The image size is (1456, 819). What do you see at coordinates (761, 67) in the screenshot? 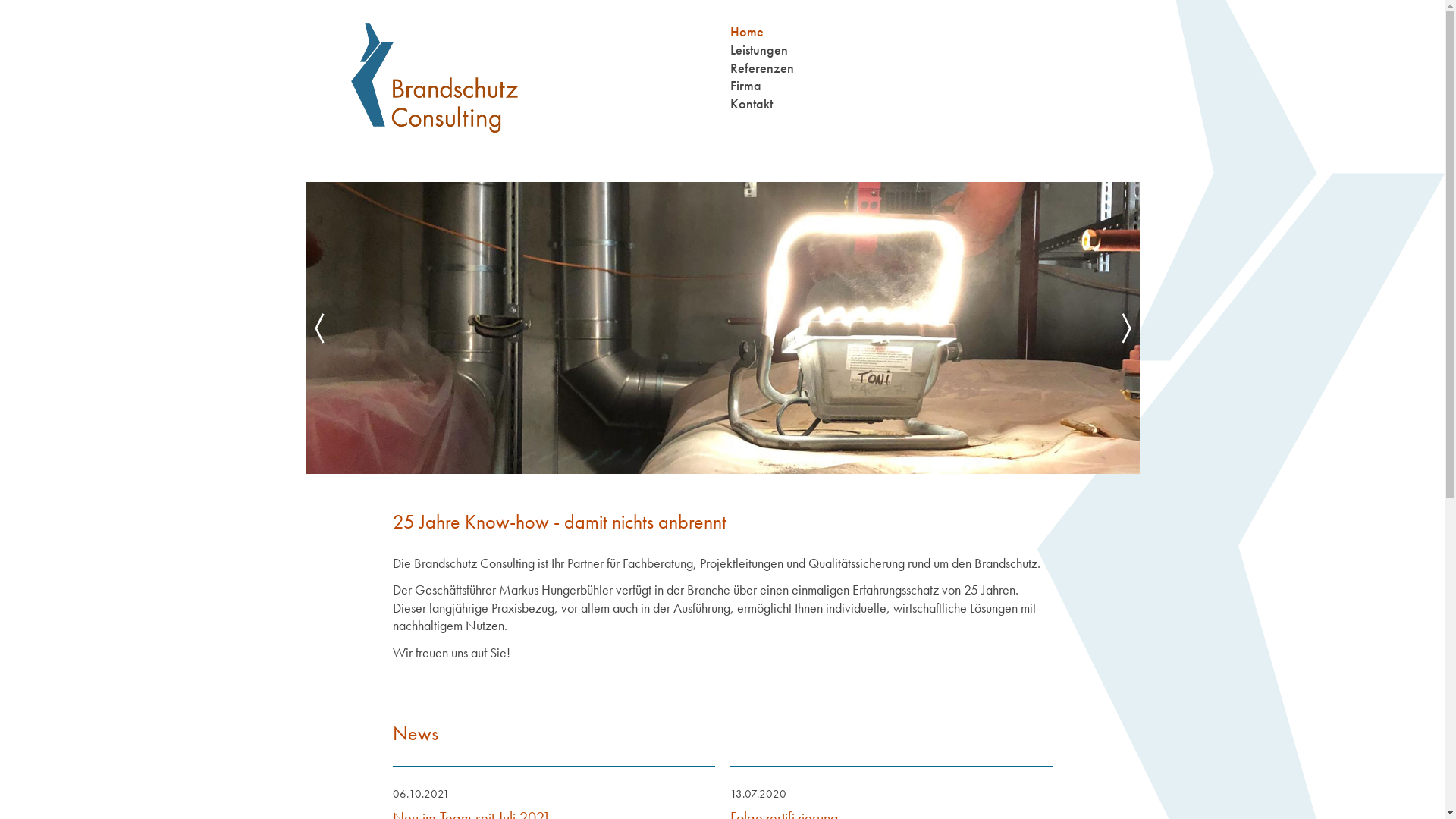
I see `'Referenzen'` at bounding box center [761, 67].